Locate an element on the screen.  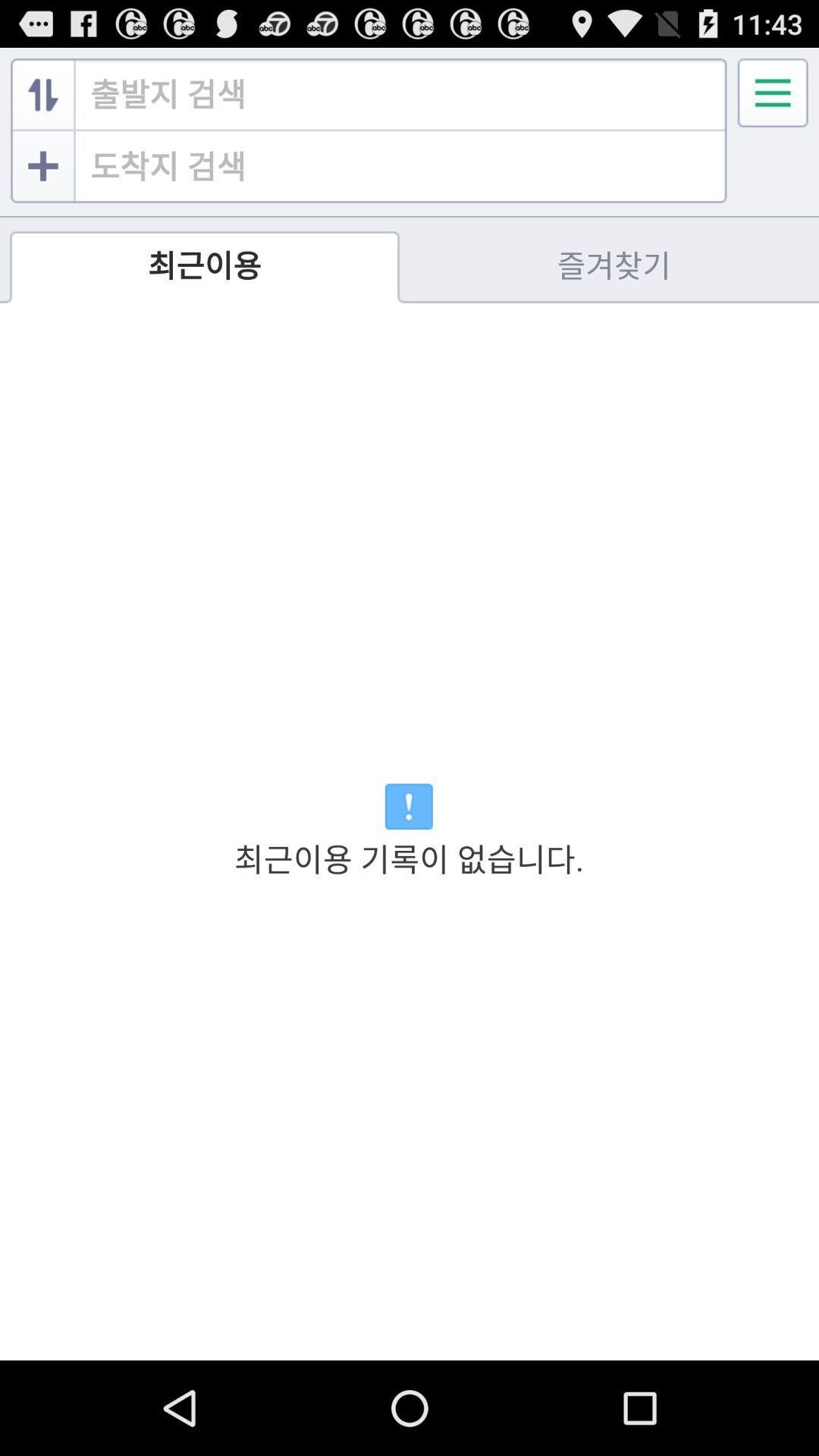
the add icon is located at coordinates (42, 178).